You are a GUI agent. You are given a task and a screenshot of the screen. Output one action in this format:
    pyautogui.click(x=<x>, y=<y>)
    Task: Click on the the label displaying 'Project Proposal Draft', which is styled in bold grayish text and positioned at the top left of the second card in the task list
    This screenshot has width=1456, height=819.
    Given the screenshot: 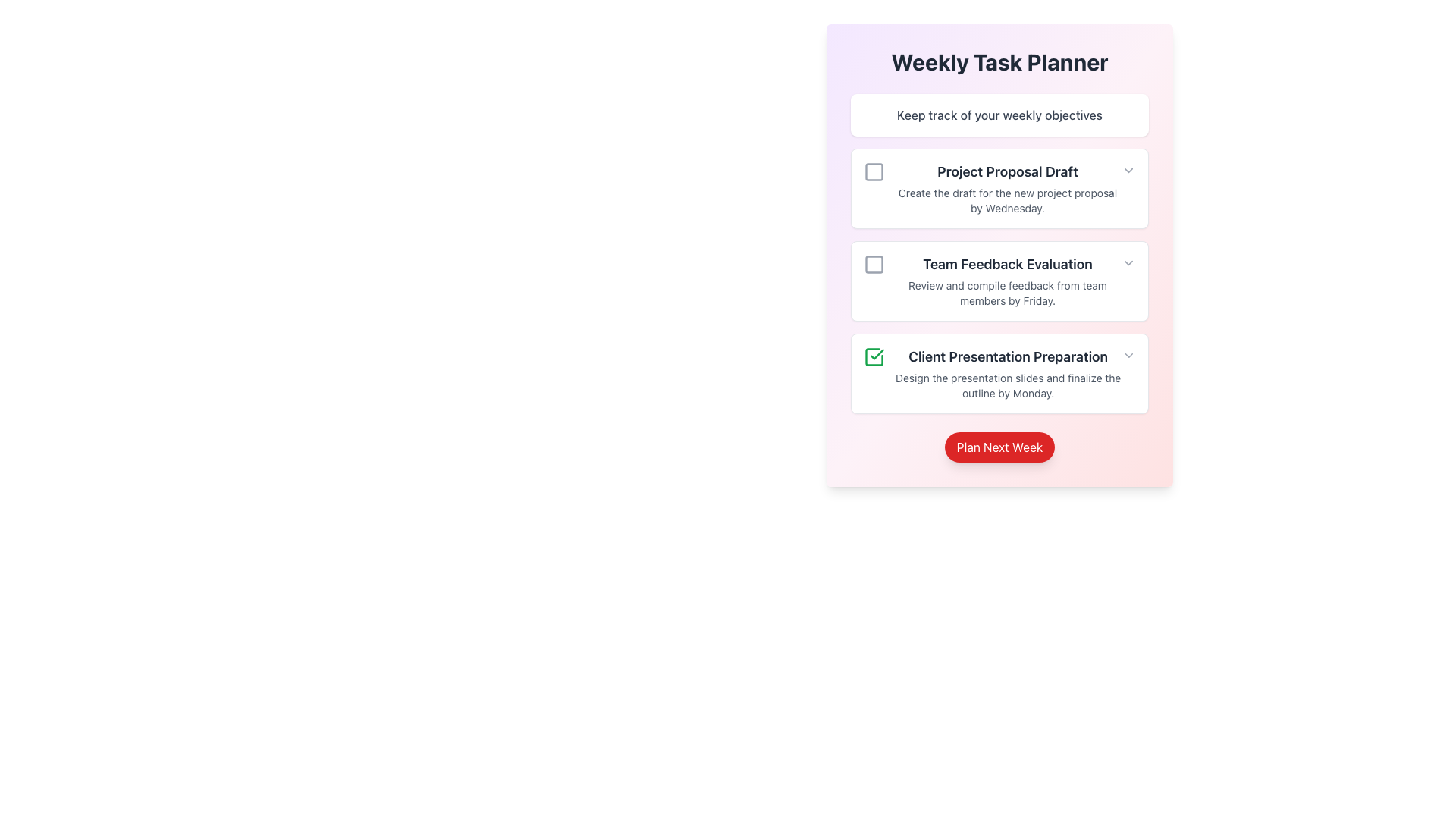 What is the action you would take?
    pyautogui.click(x=1008, y=171)
    